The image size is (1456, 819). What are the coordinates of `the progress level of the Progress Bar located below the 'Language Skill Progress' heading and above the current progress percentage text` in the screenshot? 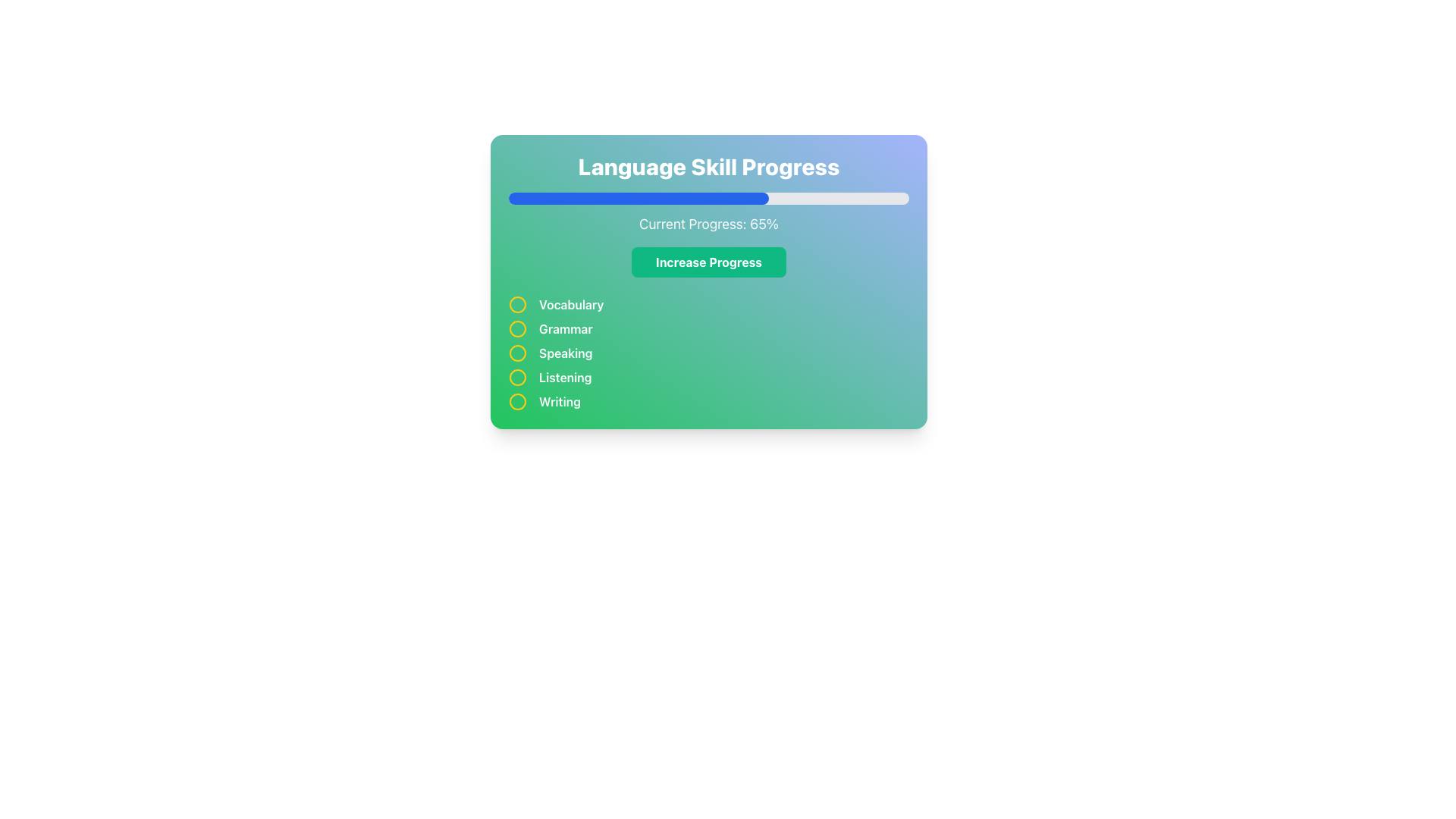 It's located at (708, 198).